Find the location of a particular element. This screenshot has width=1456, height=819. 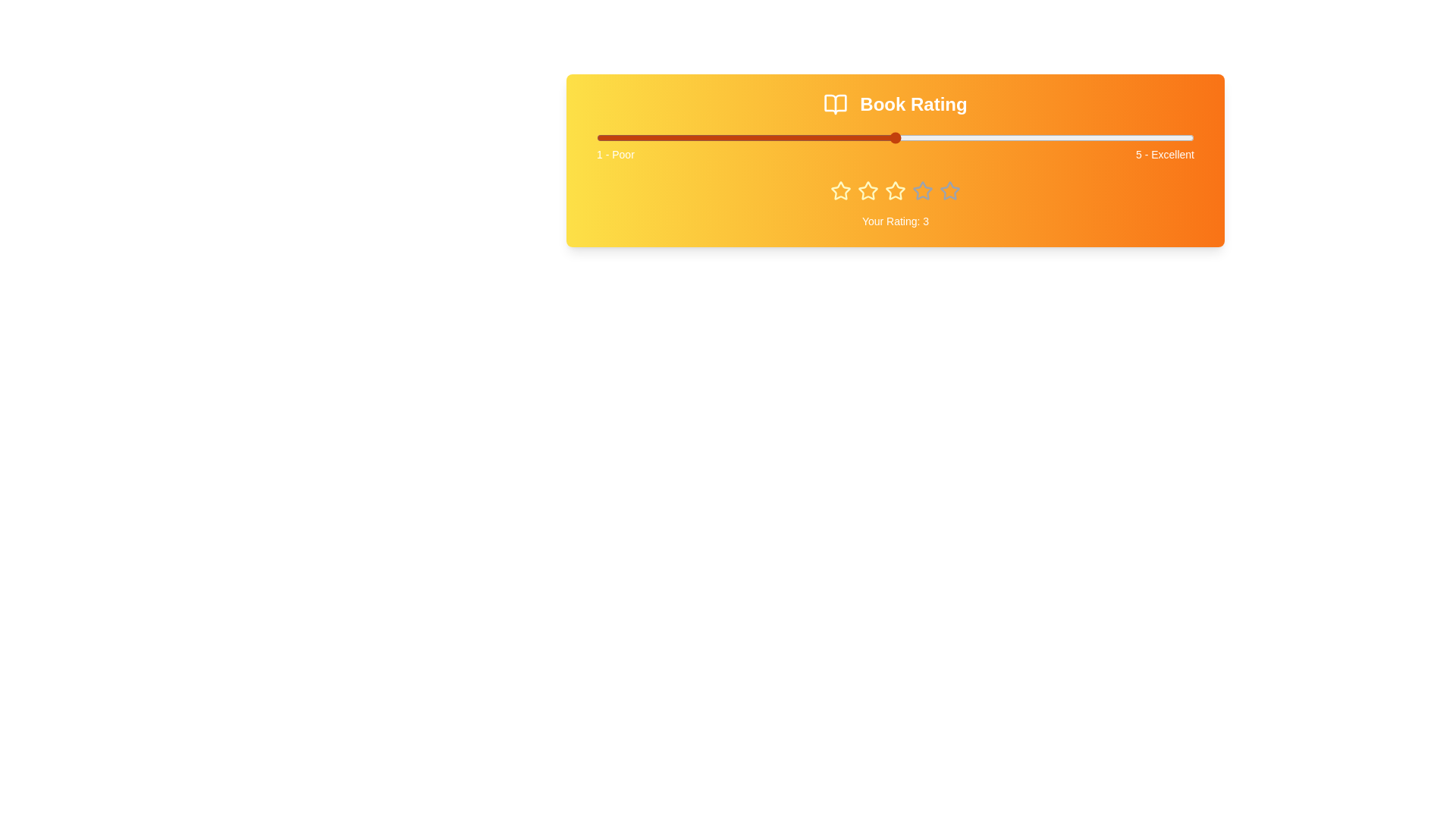

the static text label indicating the highest rating value of '5' on the rating scale, located at the far-right end of the horizontal bar is located at coordinates (1164, 155).